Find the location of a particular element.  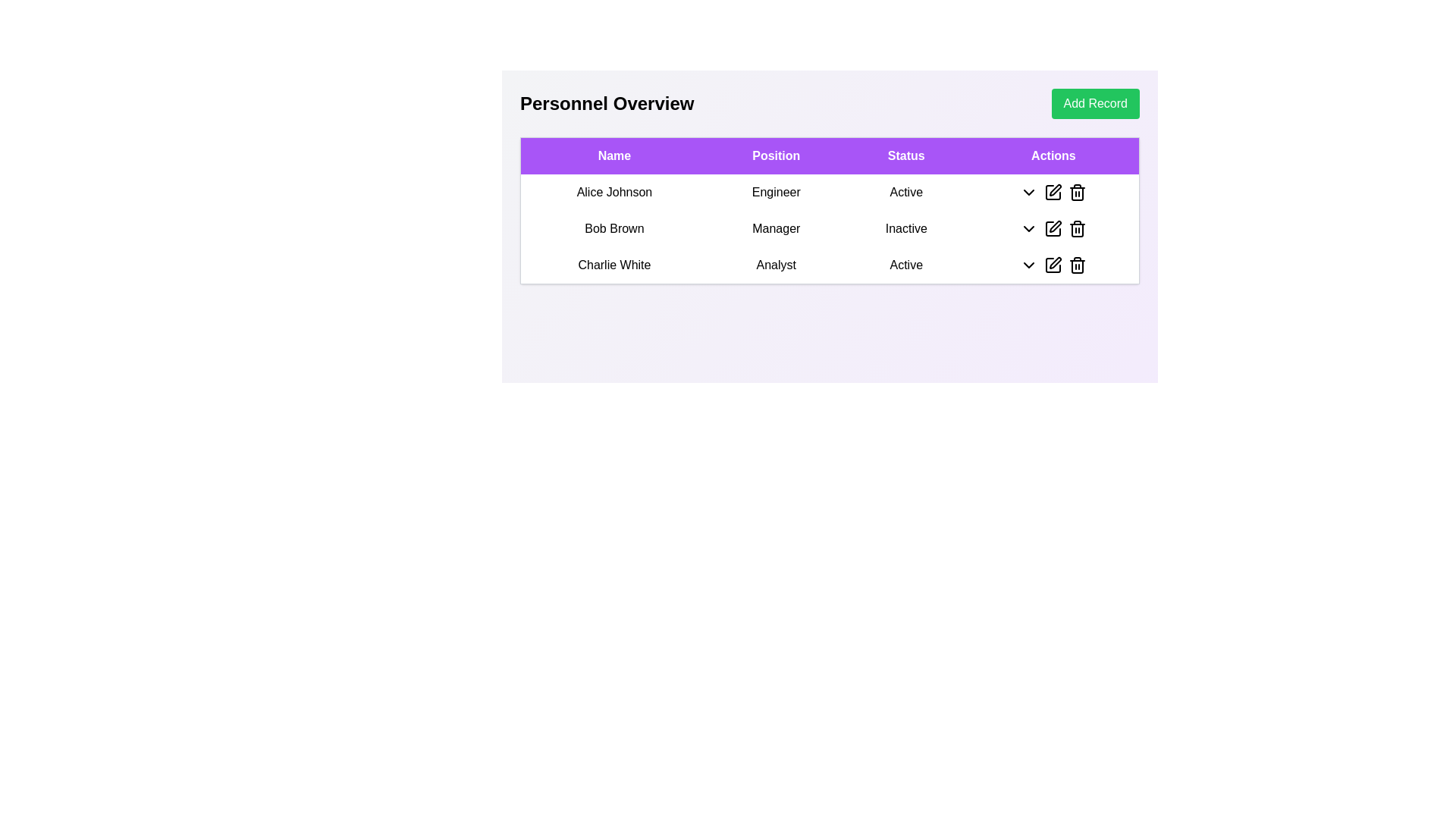

the static text element displaying 'Inactive' in the third column of the second row under 'Personnel Overview' is located at coordinates (906, 228).